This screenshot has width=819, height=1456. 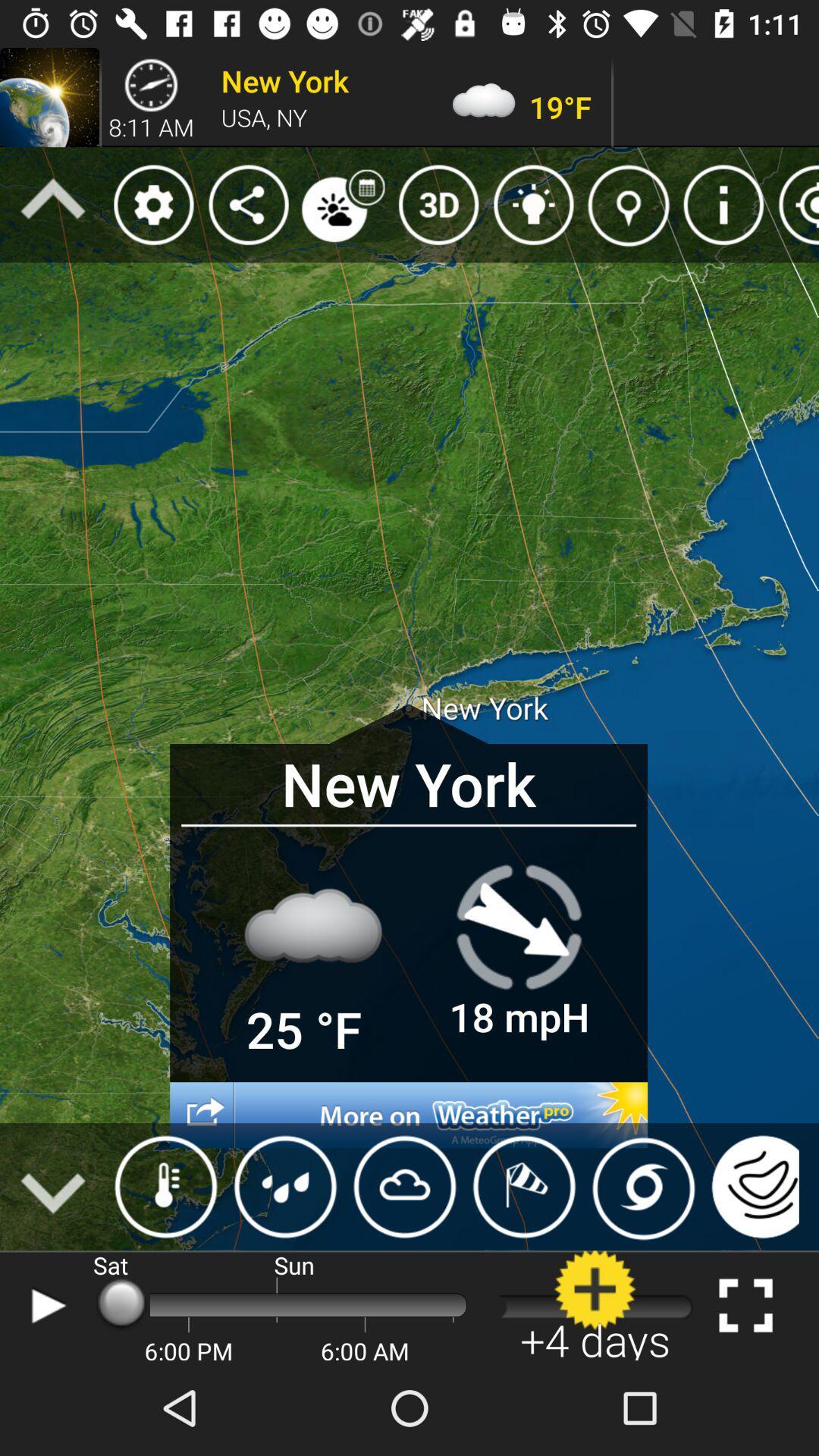 I want to click on the weather icon, so click(x=166, y=1186).